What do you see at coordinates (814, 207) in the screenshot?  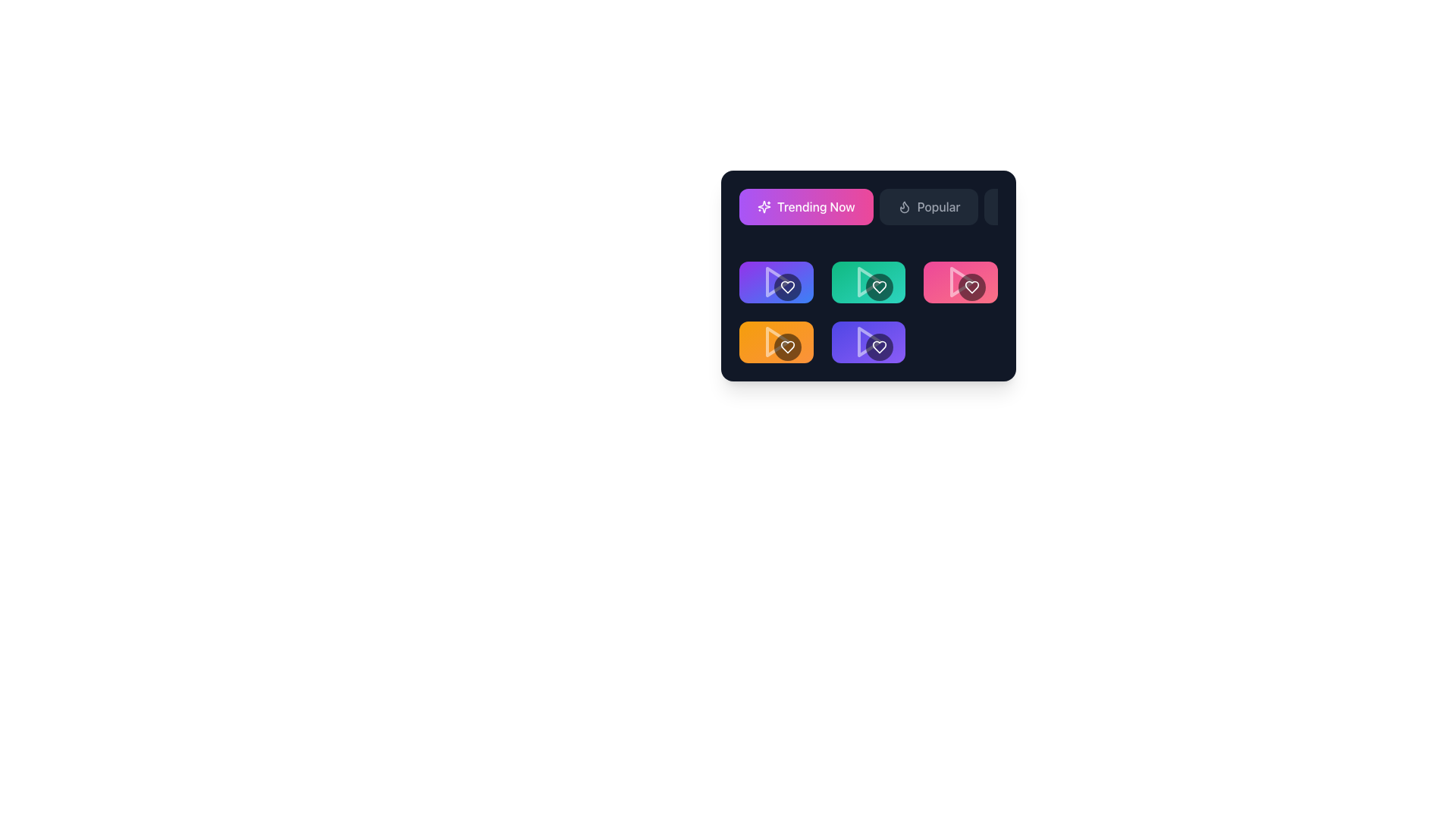 I see `the 'Trending Now' text label, which is styled with a medium-weight font in white on a purple-pink gradient background` at bounding box center [814, 207].